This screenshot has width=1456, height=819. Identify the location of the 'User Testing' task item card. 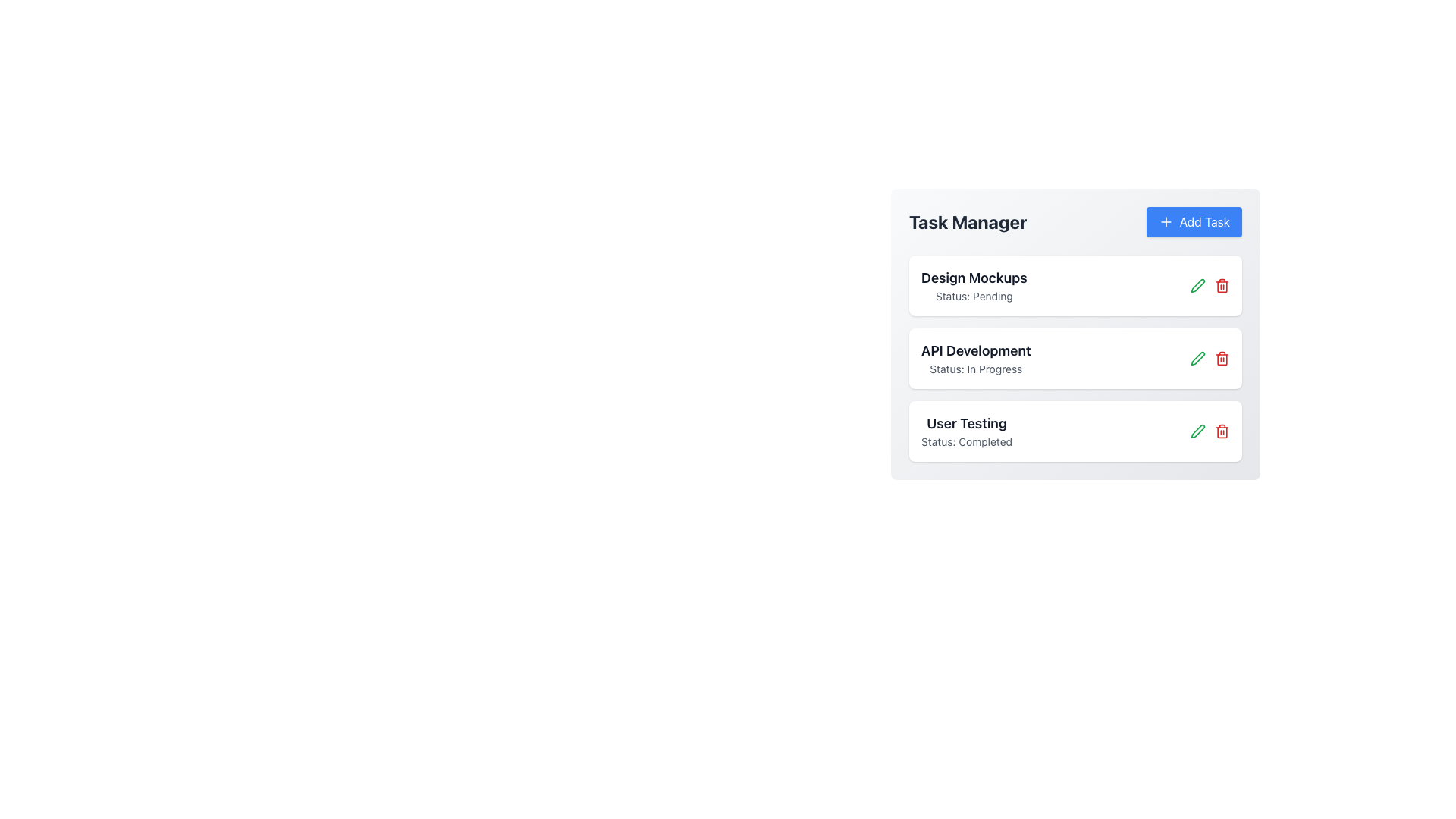
(1075, 431).